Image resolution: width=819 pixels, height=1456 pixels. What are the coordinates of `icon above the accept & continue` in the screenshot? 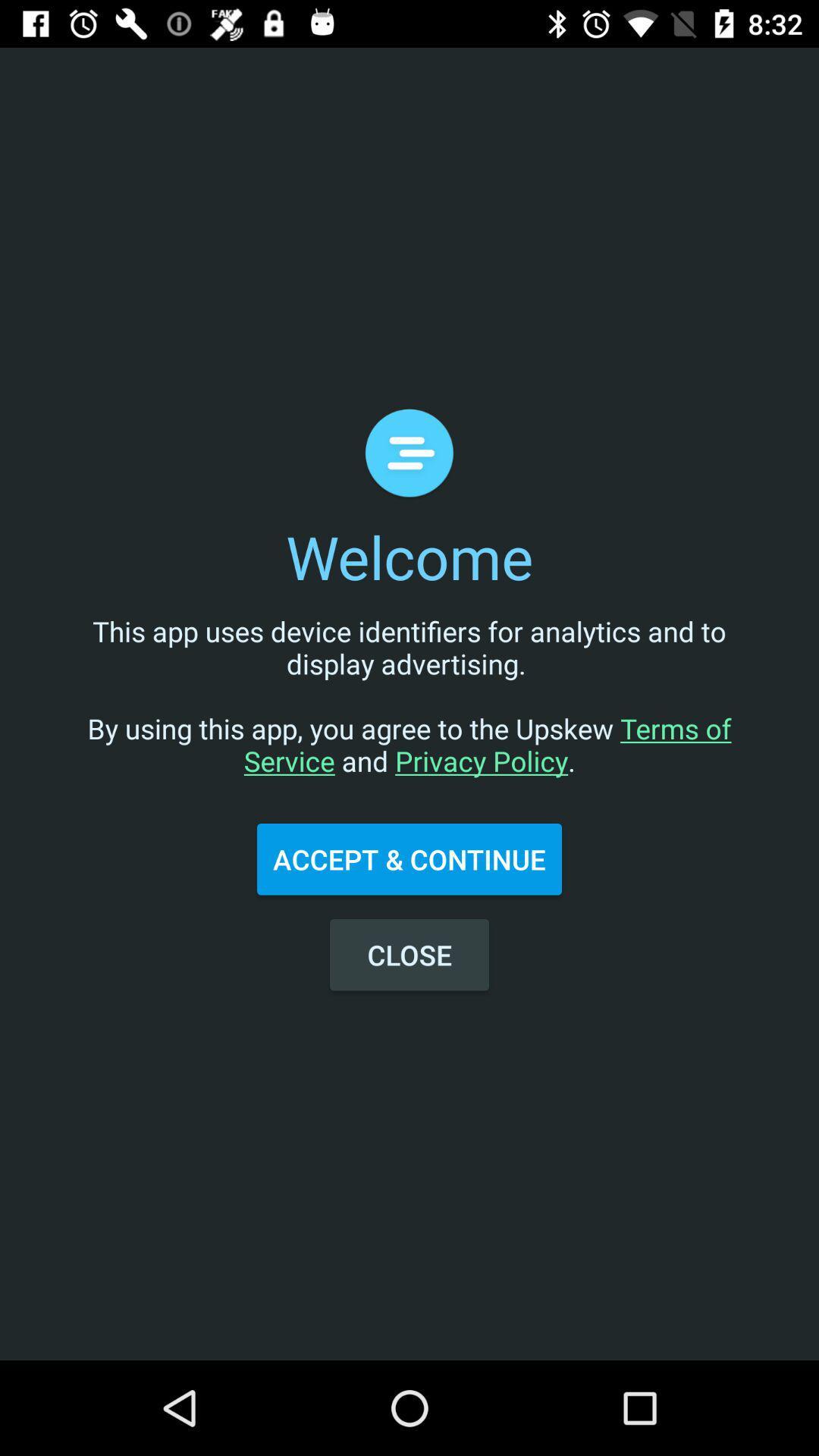 It's located at (409, 711).